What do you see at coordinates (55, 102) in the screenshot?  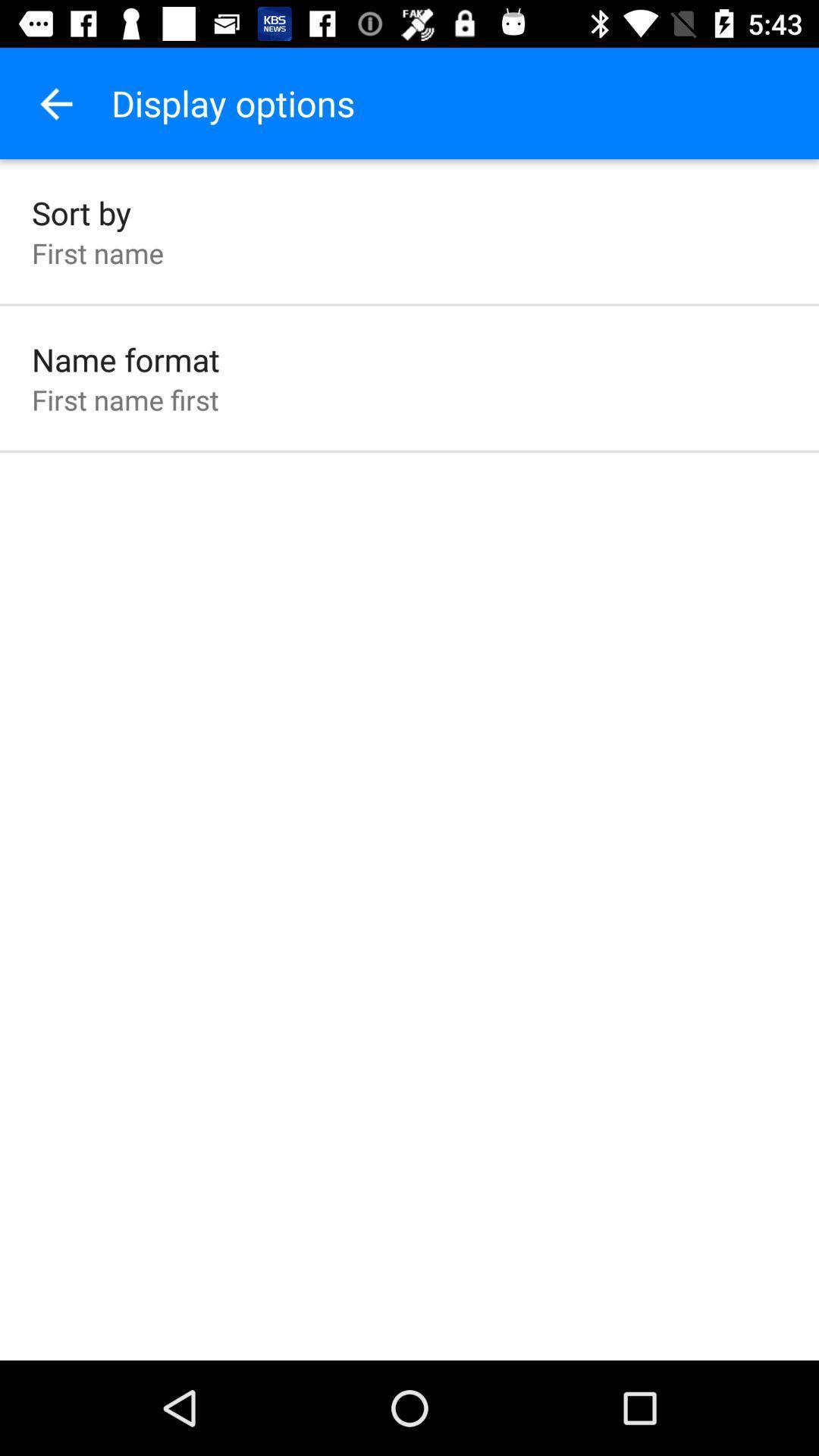 I see `icon next to display options item` at bounding box center [55, 102].